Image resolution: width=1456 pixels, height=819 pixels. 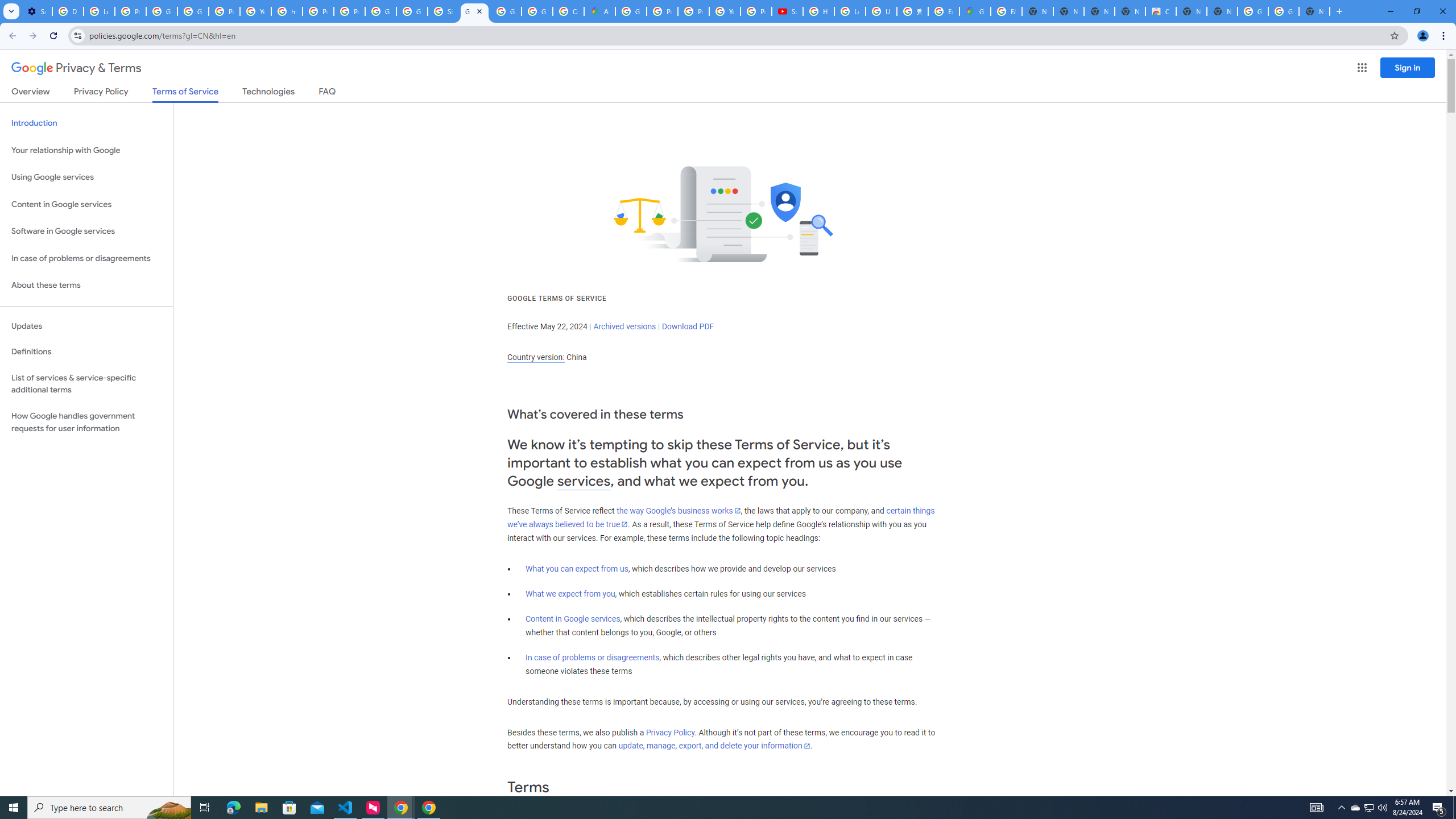 What do you see at coordinates (86, 122) in the screenshot?
I see `'Introduction'` at bounding box center [86, 122].